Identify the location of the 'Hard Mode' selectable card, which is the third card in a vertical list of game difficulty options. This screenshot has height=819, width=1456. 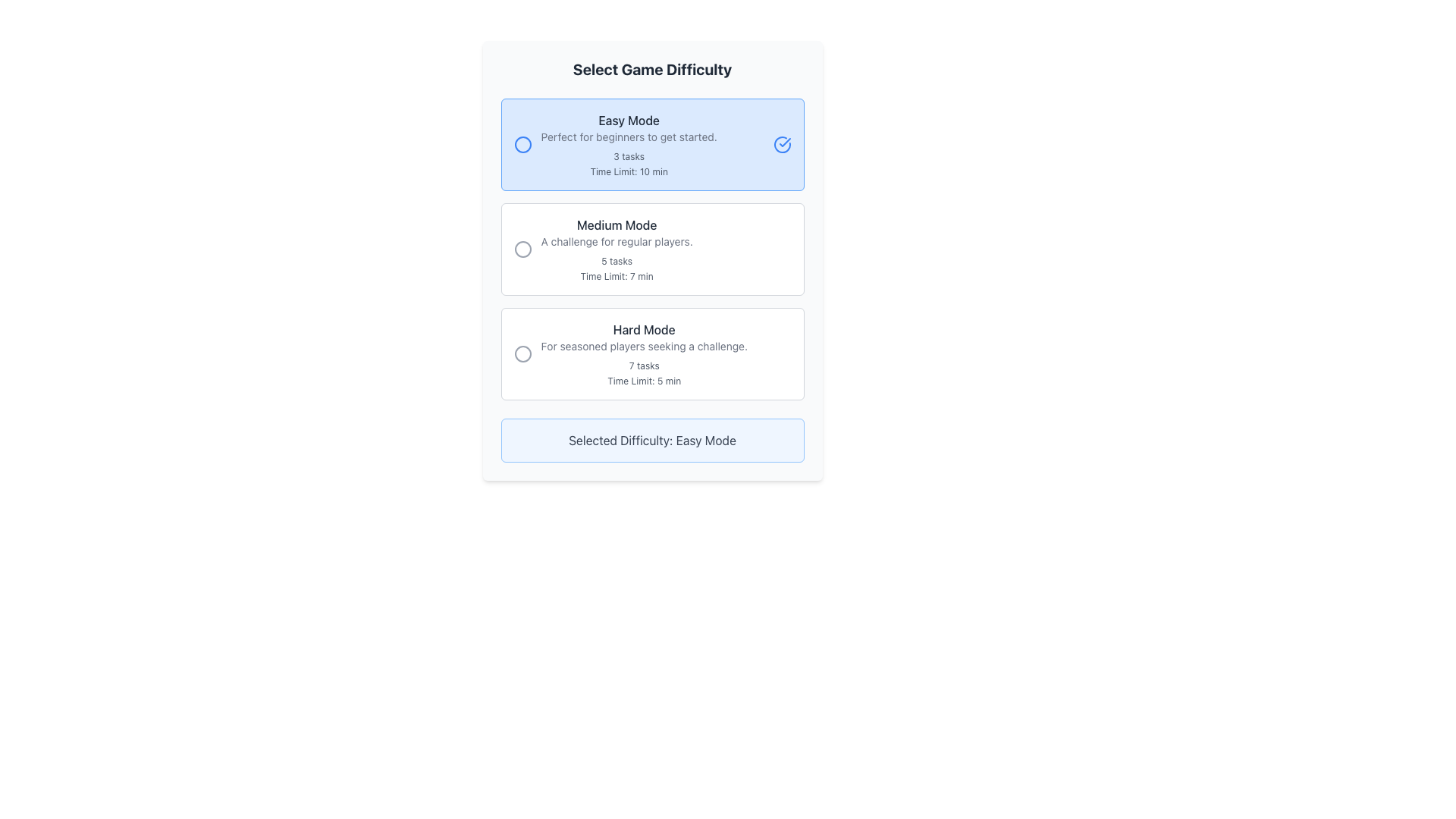
(652, 353).